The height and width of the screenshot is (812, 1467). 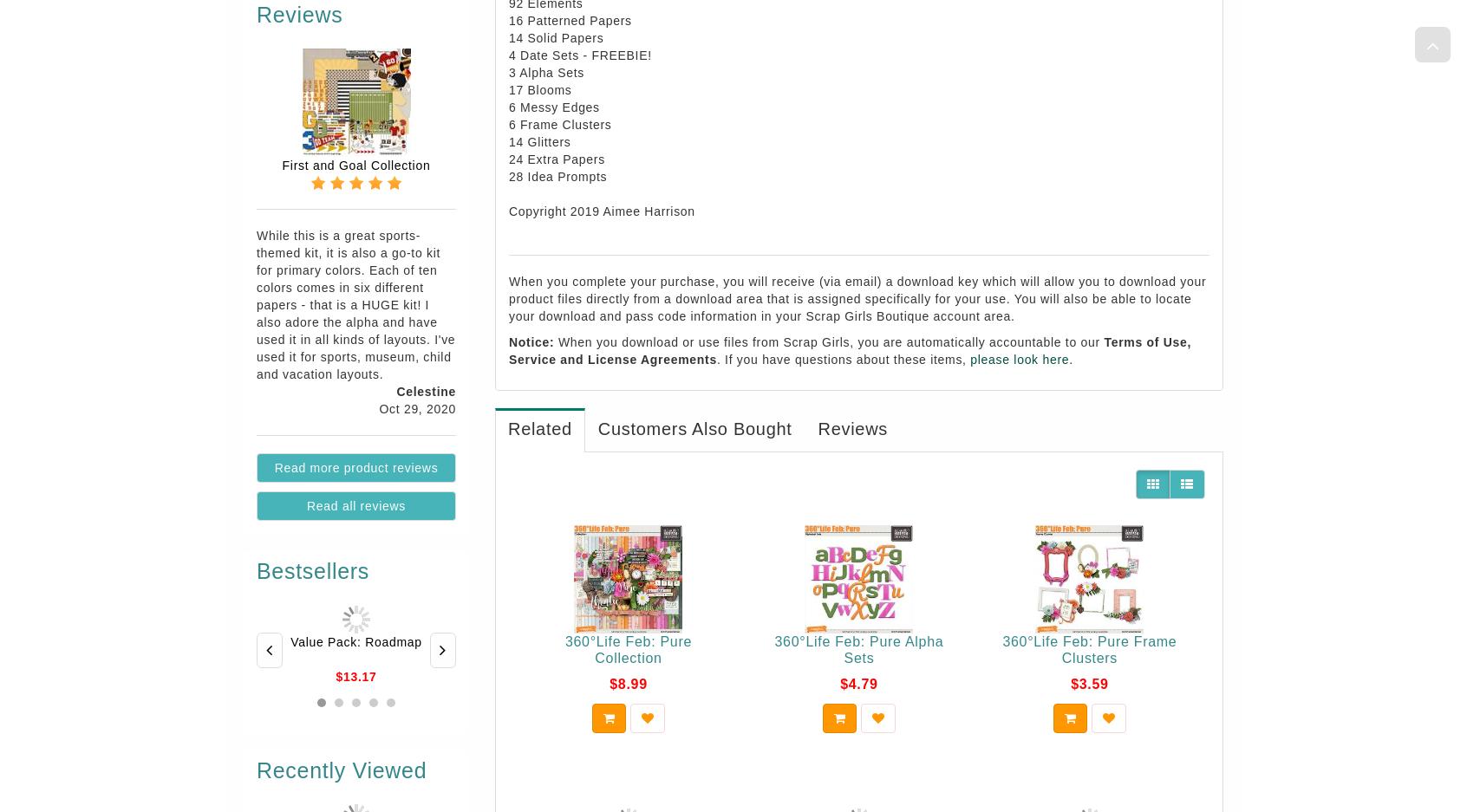 I want to click on '.', so click(x=1070, y=358).